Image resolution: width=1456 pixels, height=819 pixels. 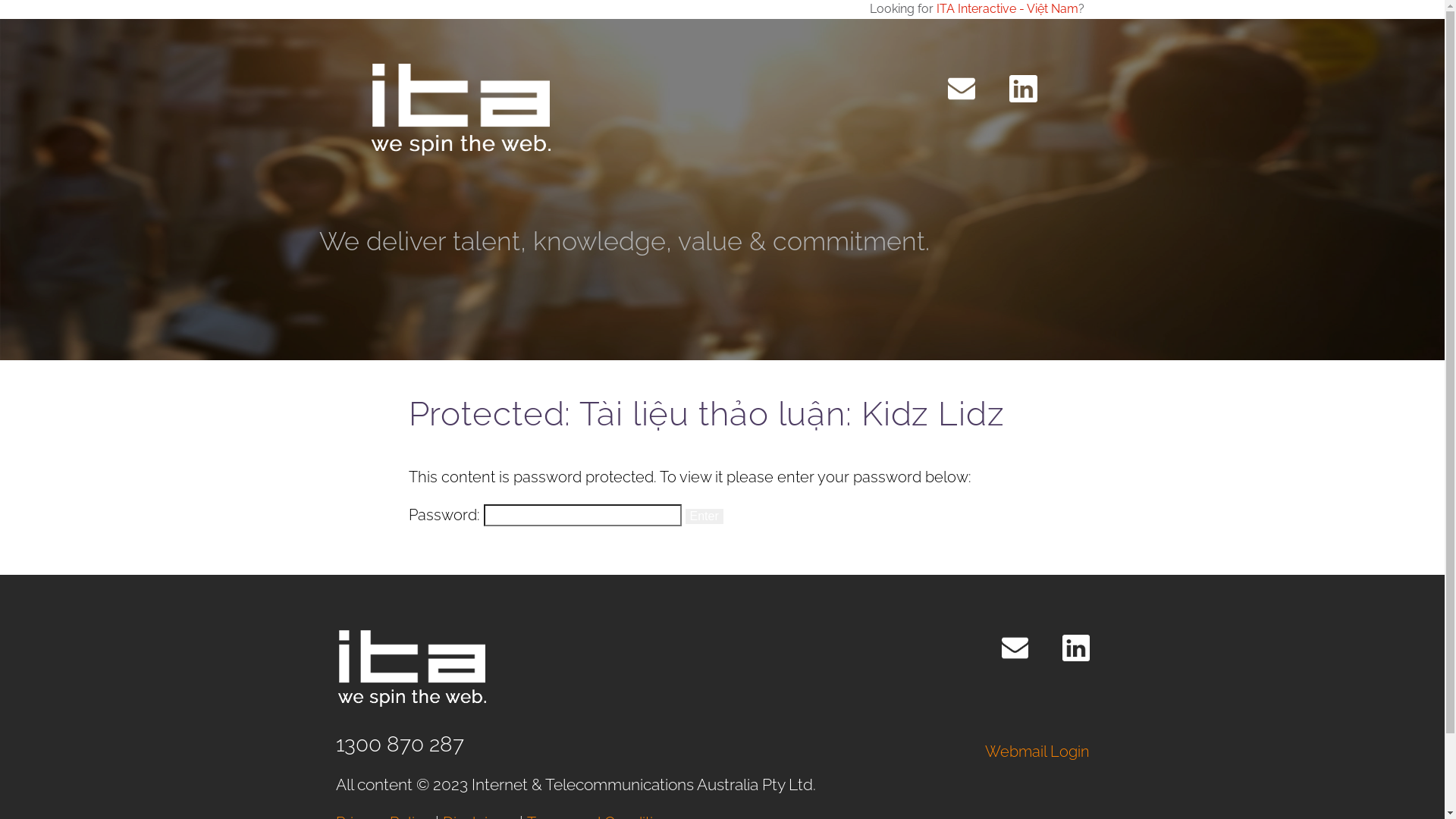 What do you see at coordinates (704, 516) in the screenshot?
I see `'Enter'` at bounding box center [704, 516].